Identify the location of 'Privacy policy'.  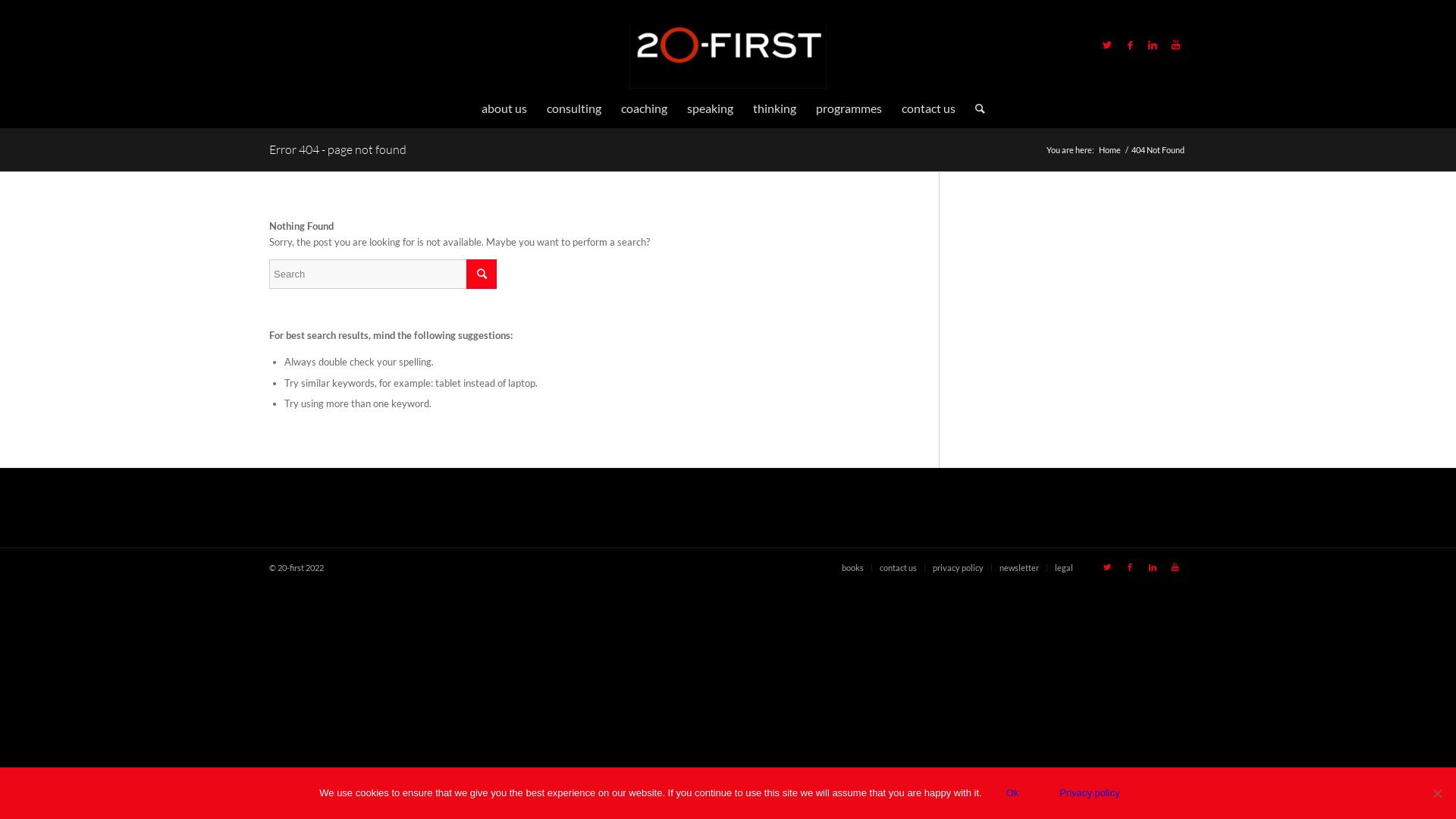
(1088, 792).